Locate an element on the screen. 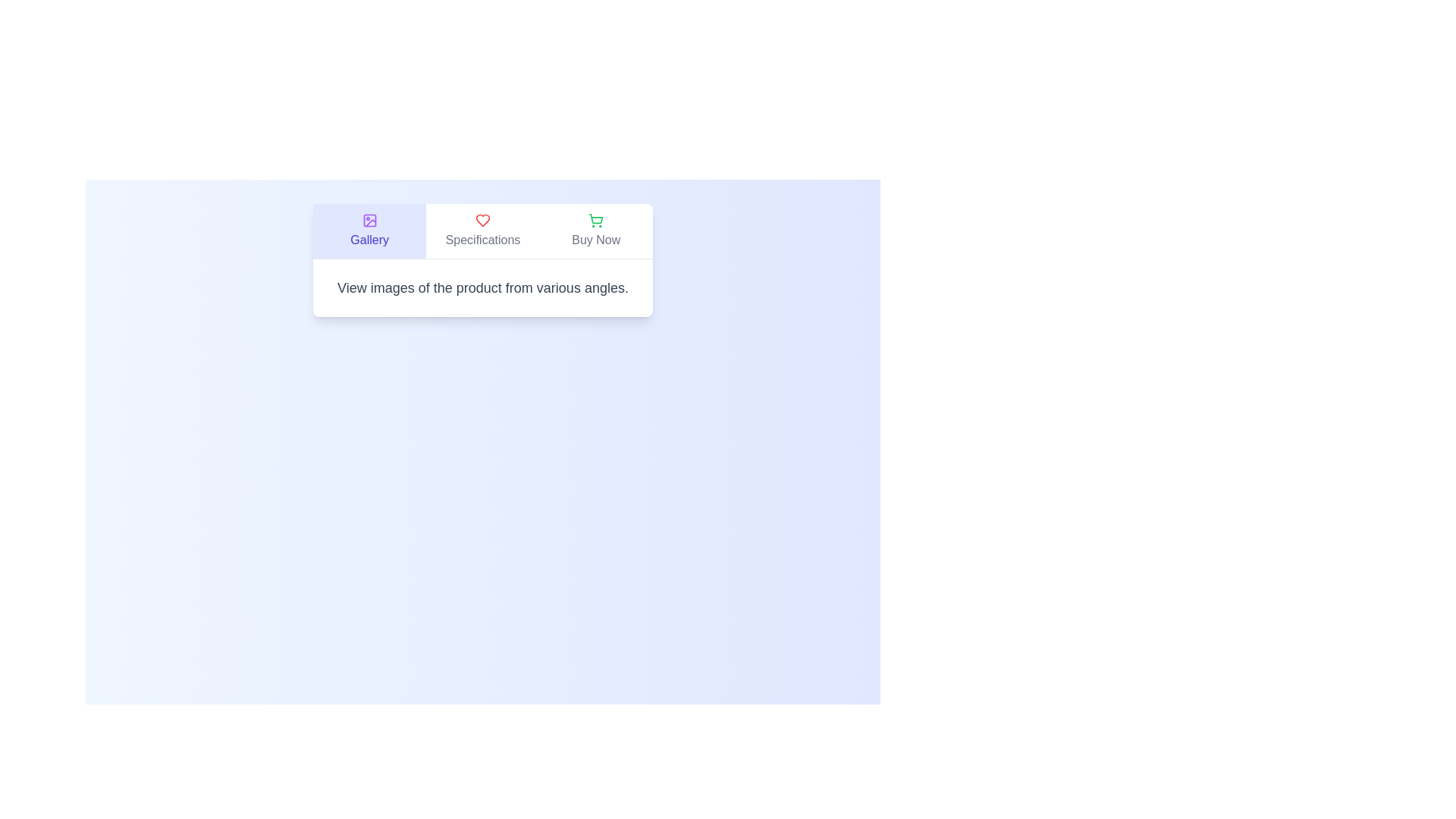 The width and height of the screenshot is (1456, 819). the icon of the Specifications tab is located at coordinates (482, 220).